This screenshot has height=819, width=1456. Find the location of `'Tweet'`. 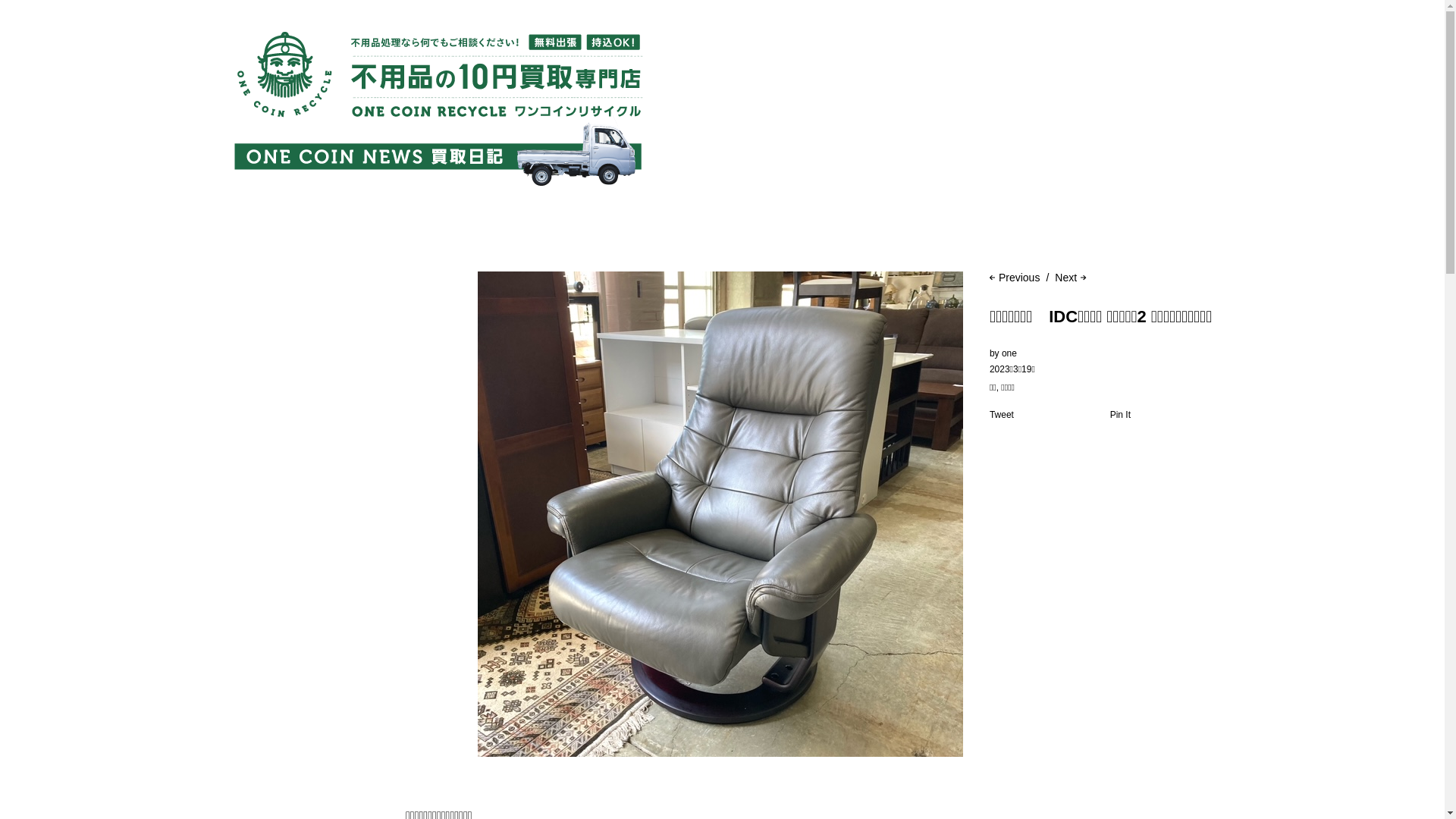

'Tweet' is located at coordinates (1001, 415).